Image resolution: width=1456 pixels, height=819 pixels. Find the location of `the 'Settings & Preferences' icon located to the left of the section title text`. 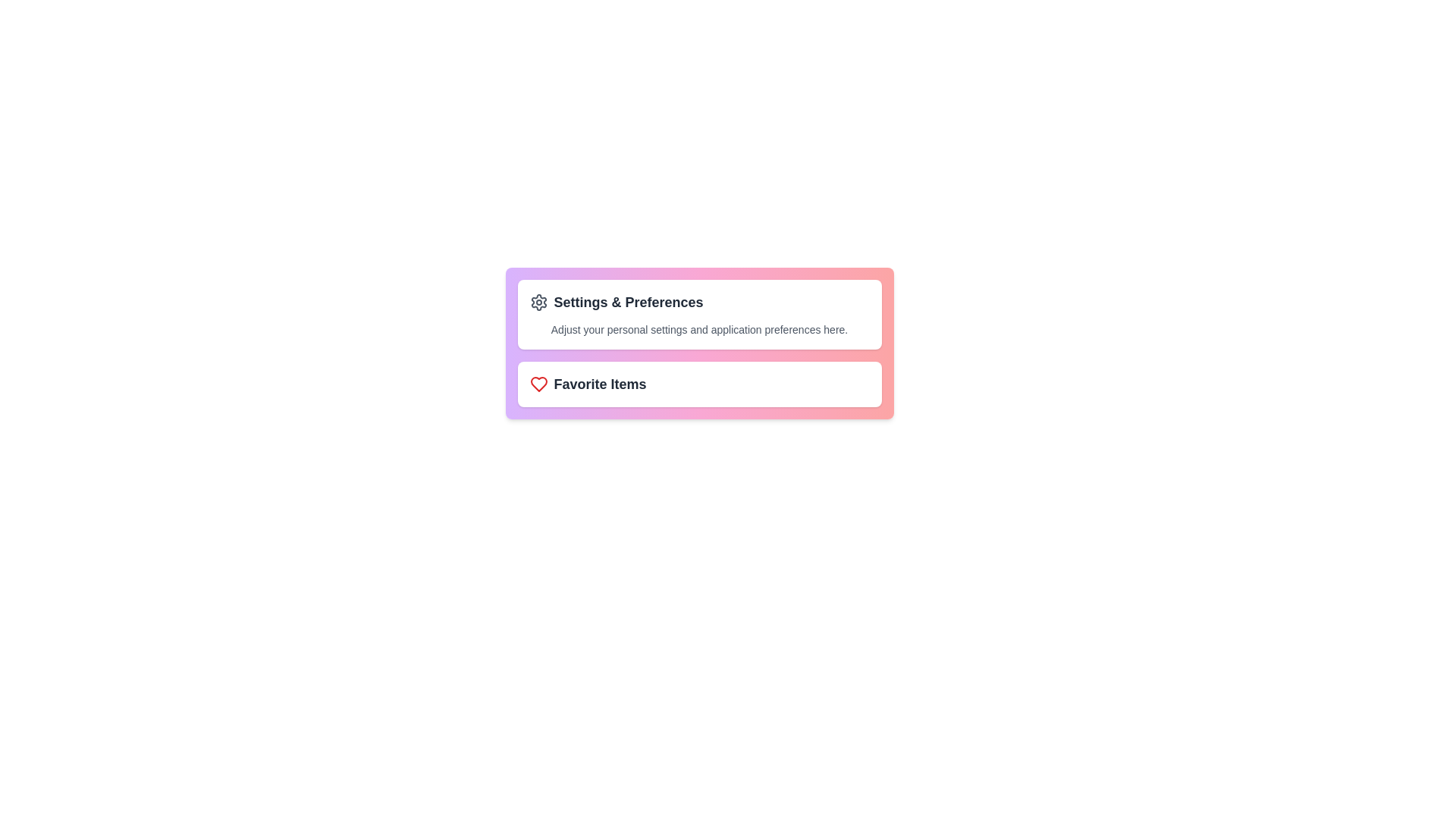

the 'Settings & Preferences' icon located to the left of the section title text is located at coordinates (538, 302).